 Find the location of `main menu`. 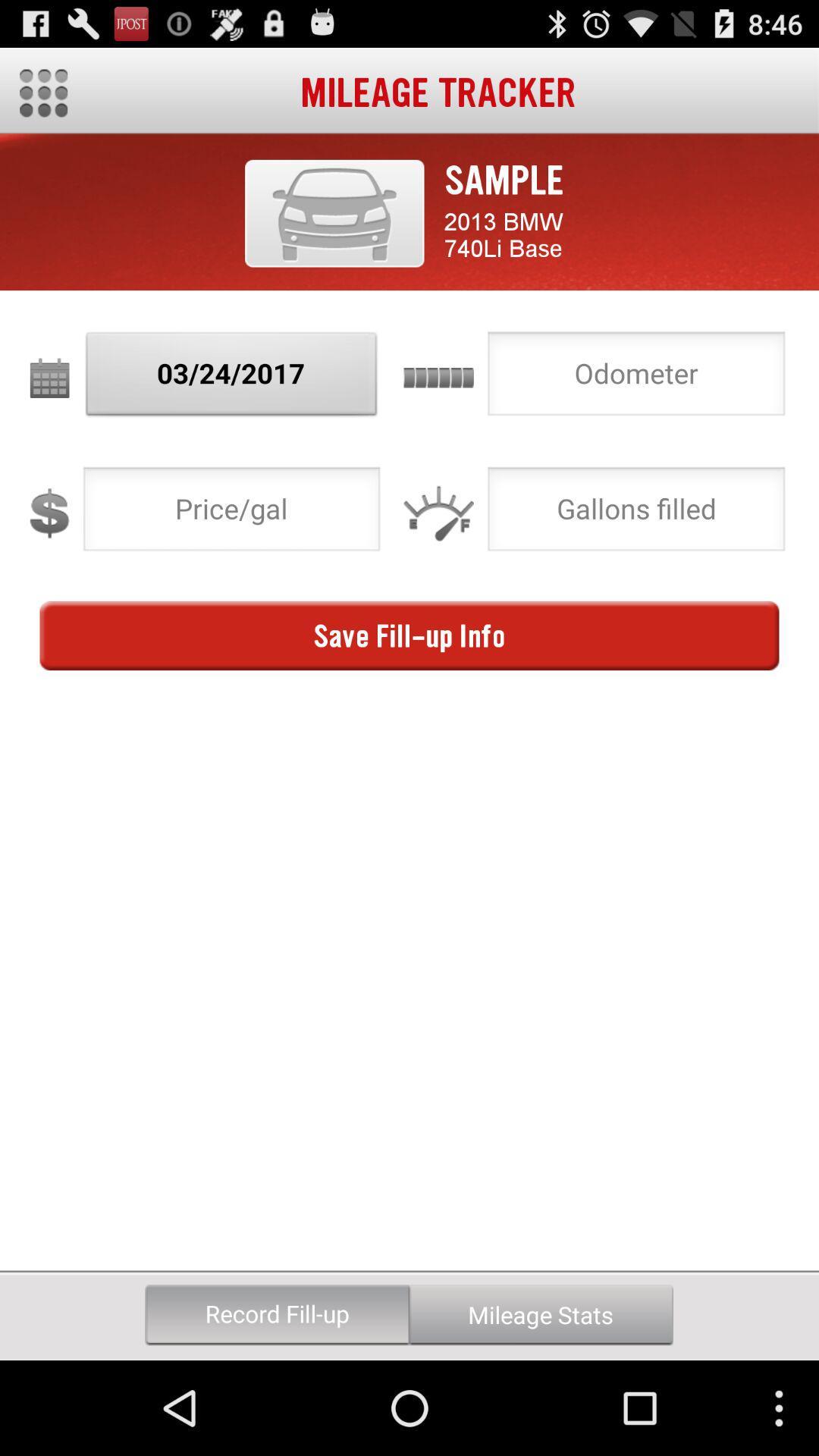

main menu is located at coordinates (42, 93).